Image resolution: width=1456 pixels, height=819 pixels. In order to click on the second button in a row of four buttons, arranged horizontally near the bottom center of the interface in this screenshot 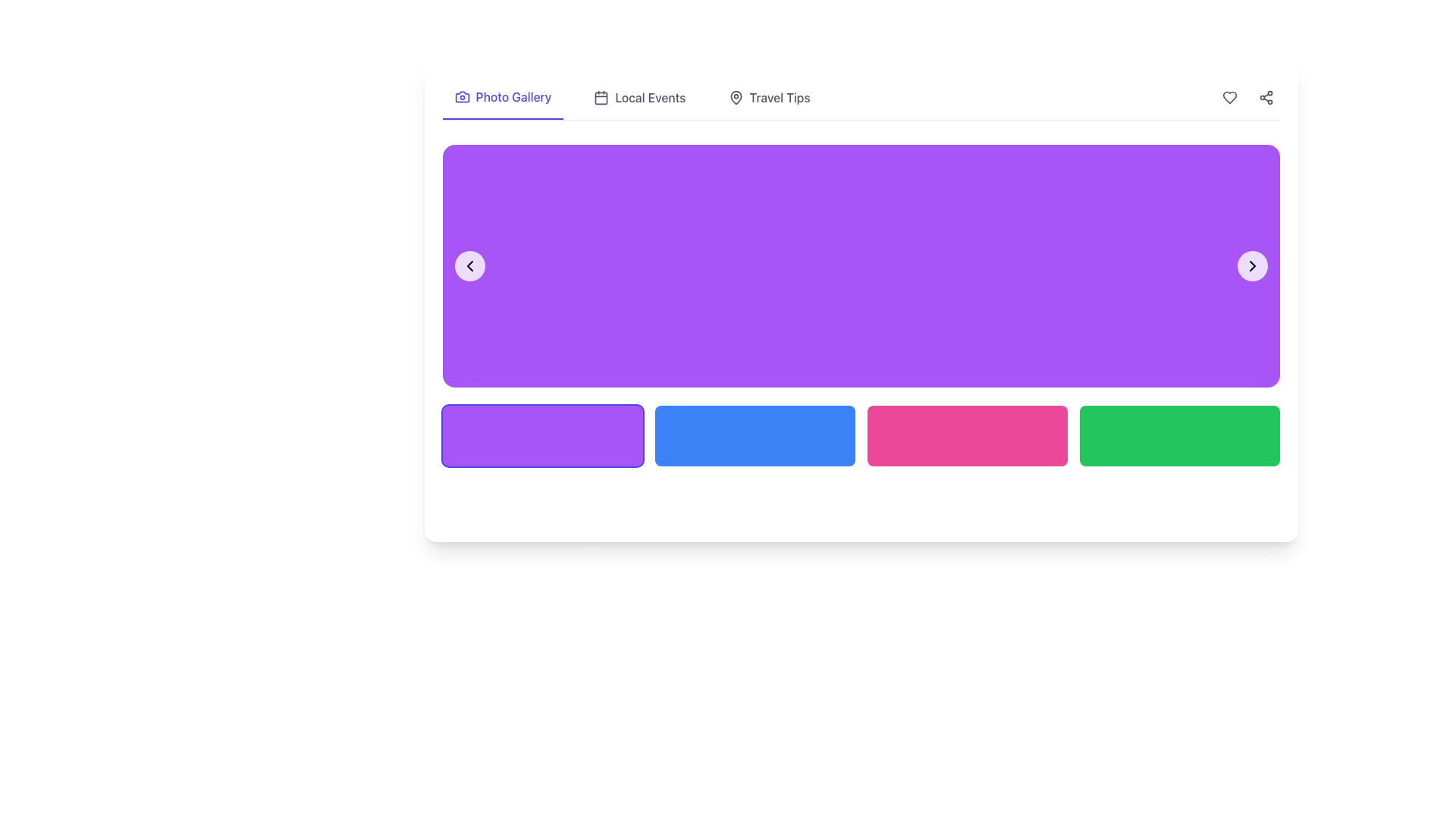, I will do `click(755, 435)`.